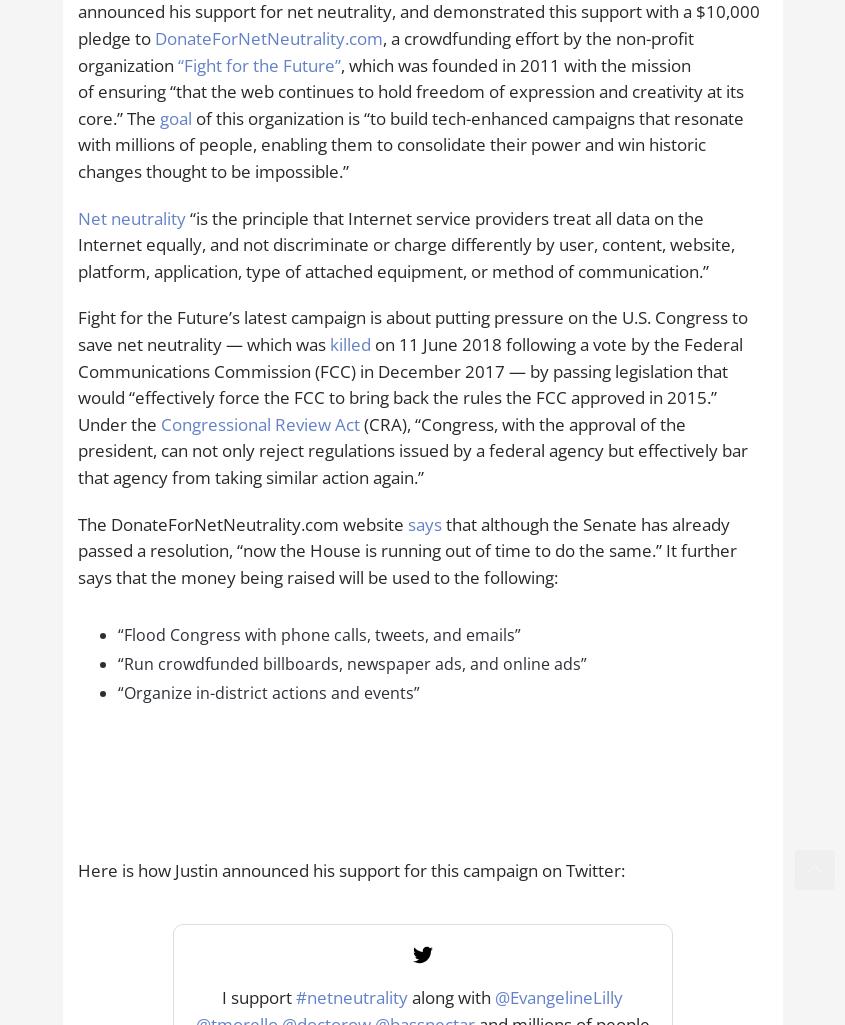 The height and width of the screenshot is (1025, 845). What do you see at coordinates (268, 691) in the screenshot?
I see `'“Organize in-district actions and events”'` at bounding box center [268, 691].